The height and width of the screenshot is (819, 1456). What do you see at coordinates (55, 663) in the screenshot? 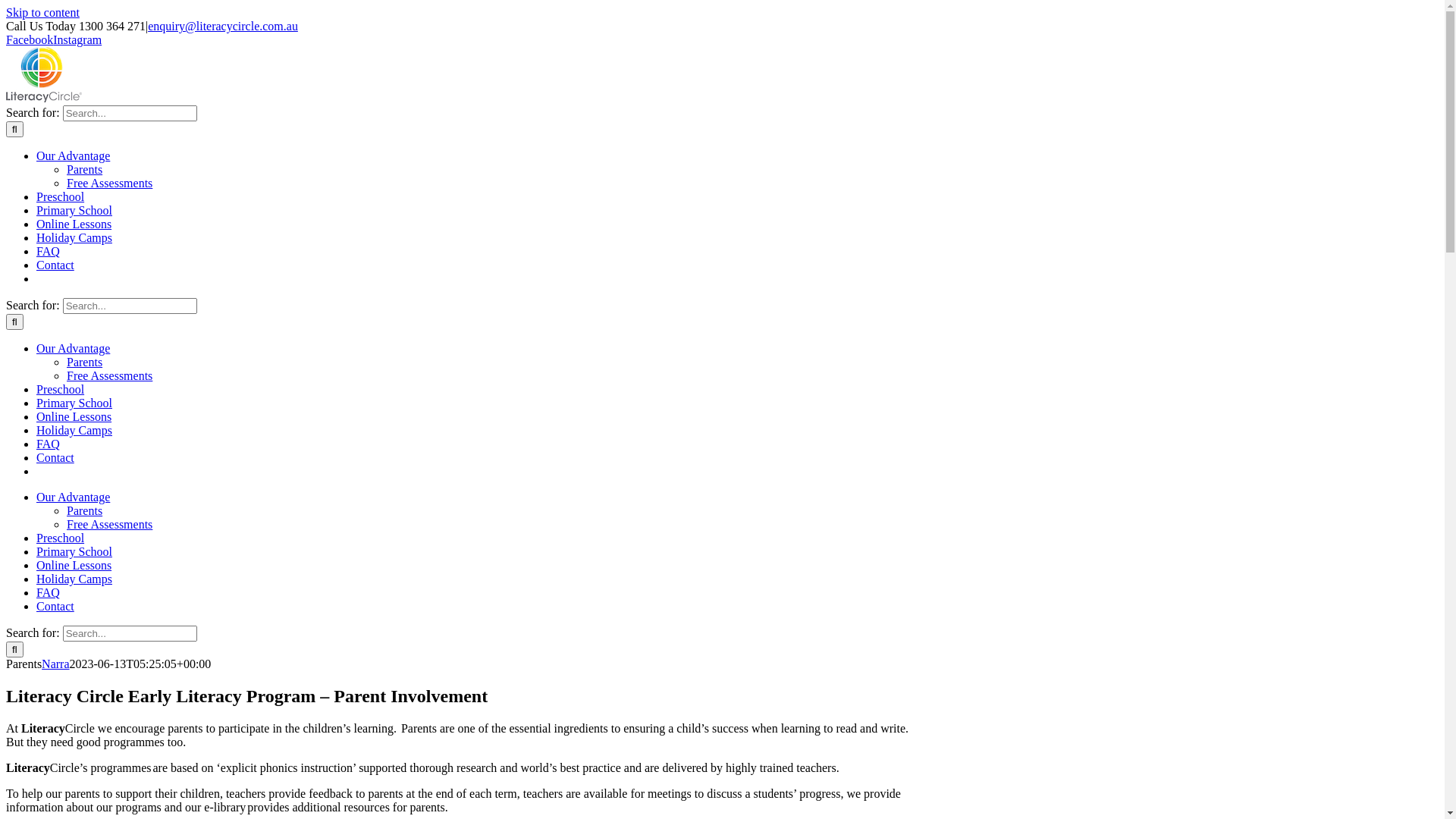
I see `'Narra'` at bounding box center [55, 663].